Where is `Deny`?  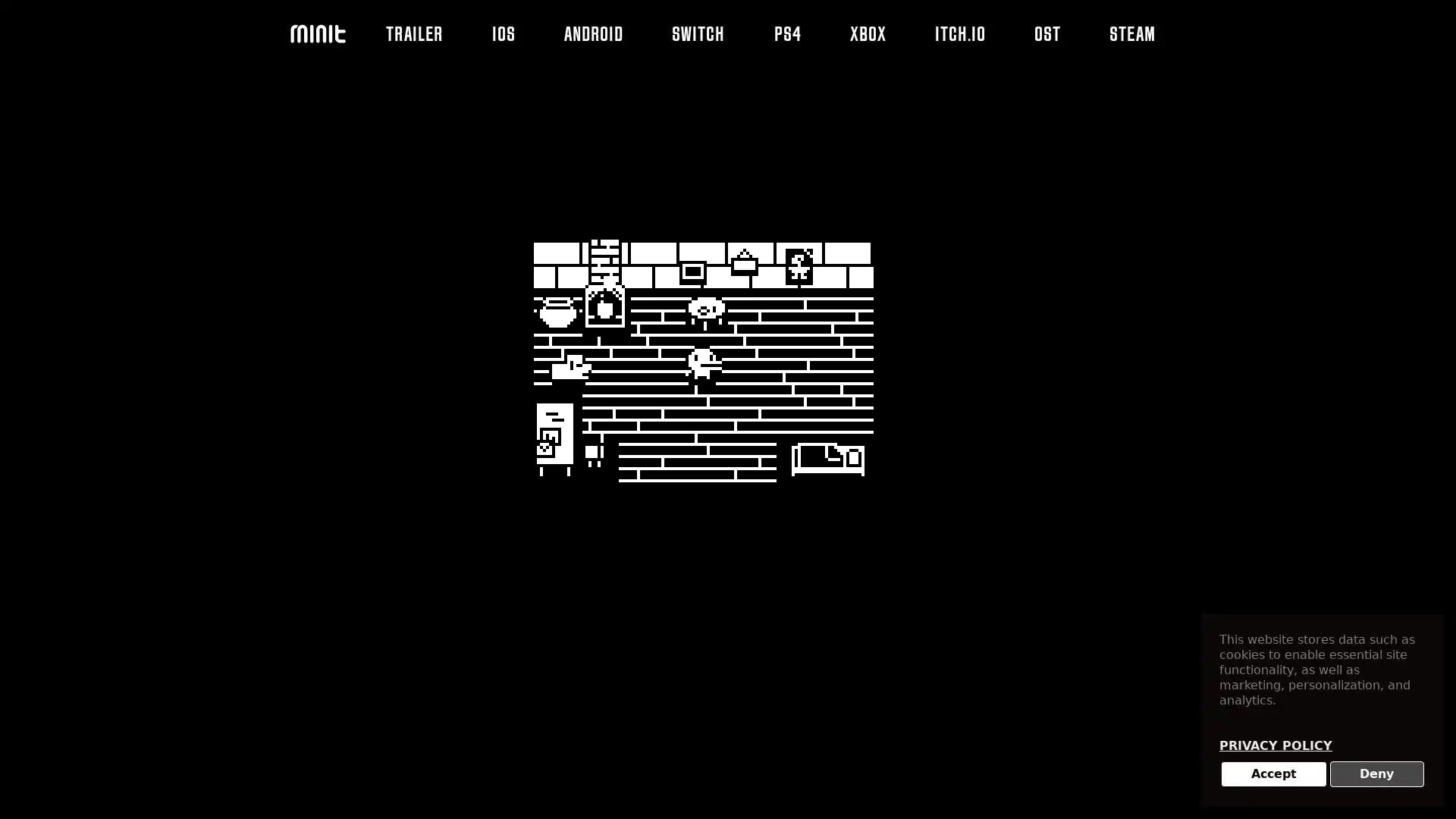
Deny is located at coordinates (1376, 774).